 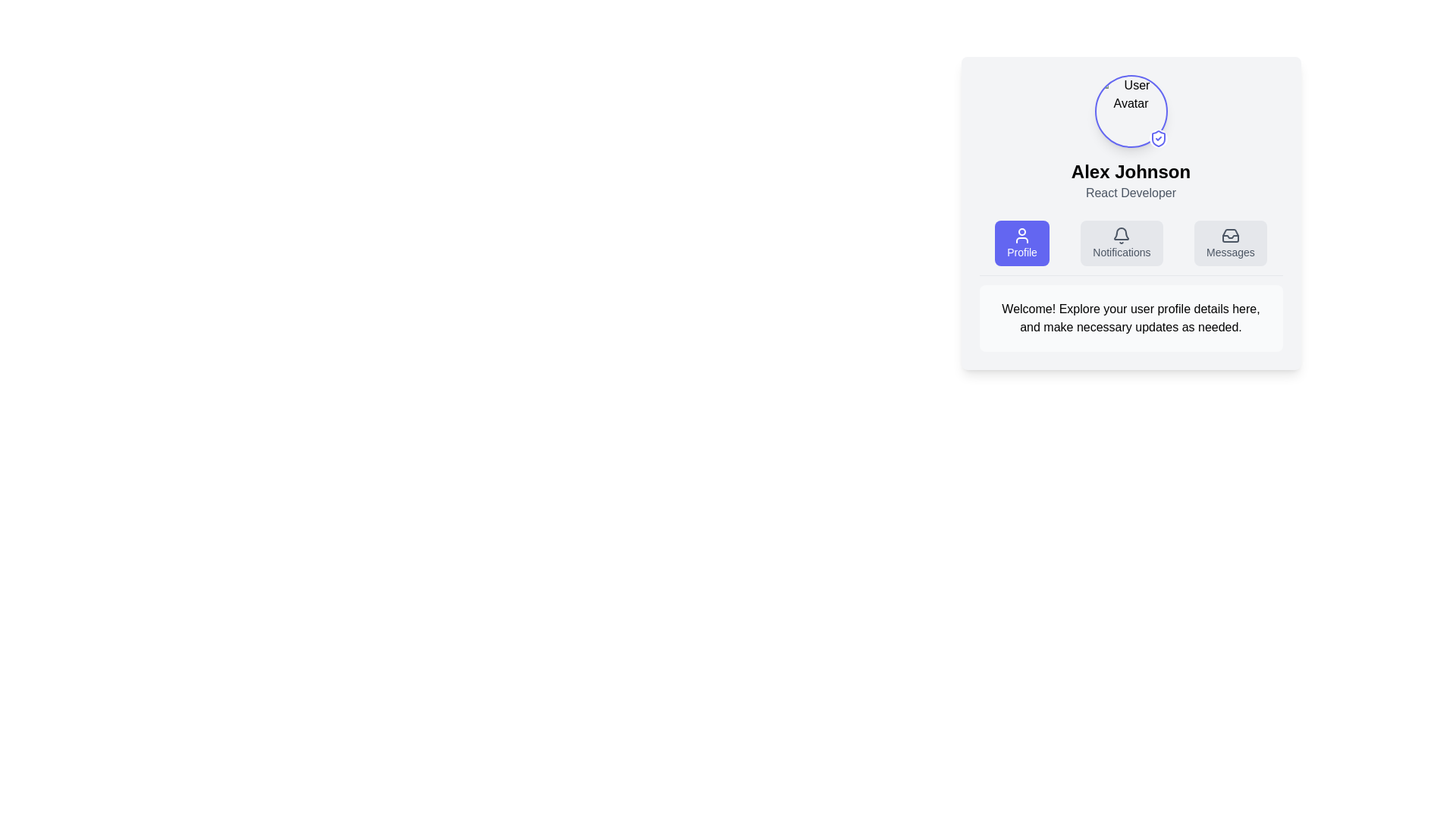 I want to click on text of the label indicating the purpose of the messaging or inbox button, which is the last item in a row of three buttons on the right side of the user profile card, so click(x=1230, y=251).